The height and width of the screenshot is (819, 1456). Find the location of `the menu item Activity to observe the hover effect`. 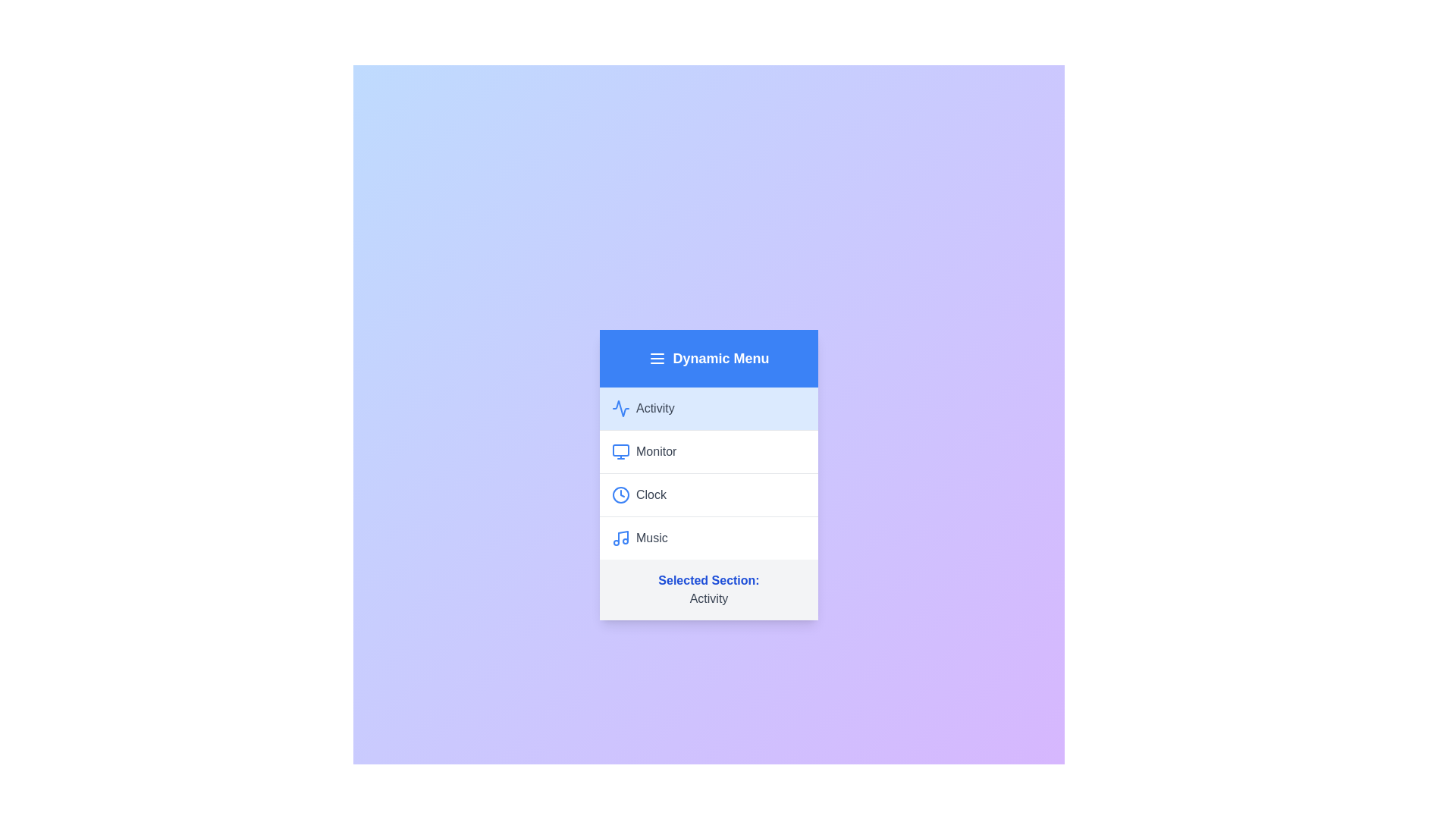

the menu item Activity to observe the hover effect is located at coordinates (708, 407).